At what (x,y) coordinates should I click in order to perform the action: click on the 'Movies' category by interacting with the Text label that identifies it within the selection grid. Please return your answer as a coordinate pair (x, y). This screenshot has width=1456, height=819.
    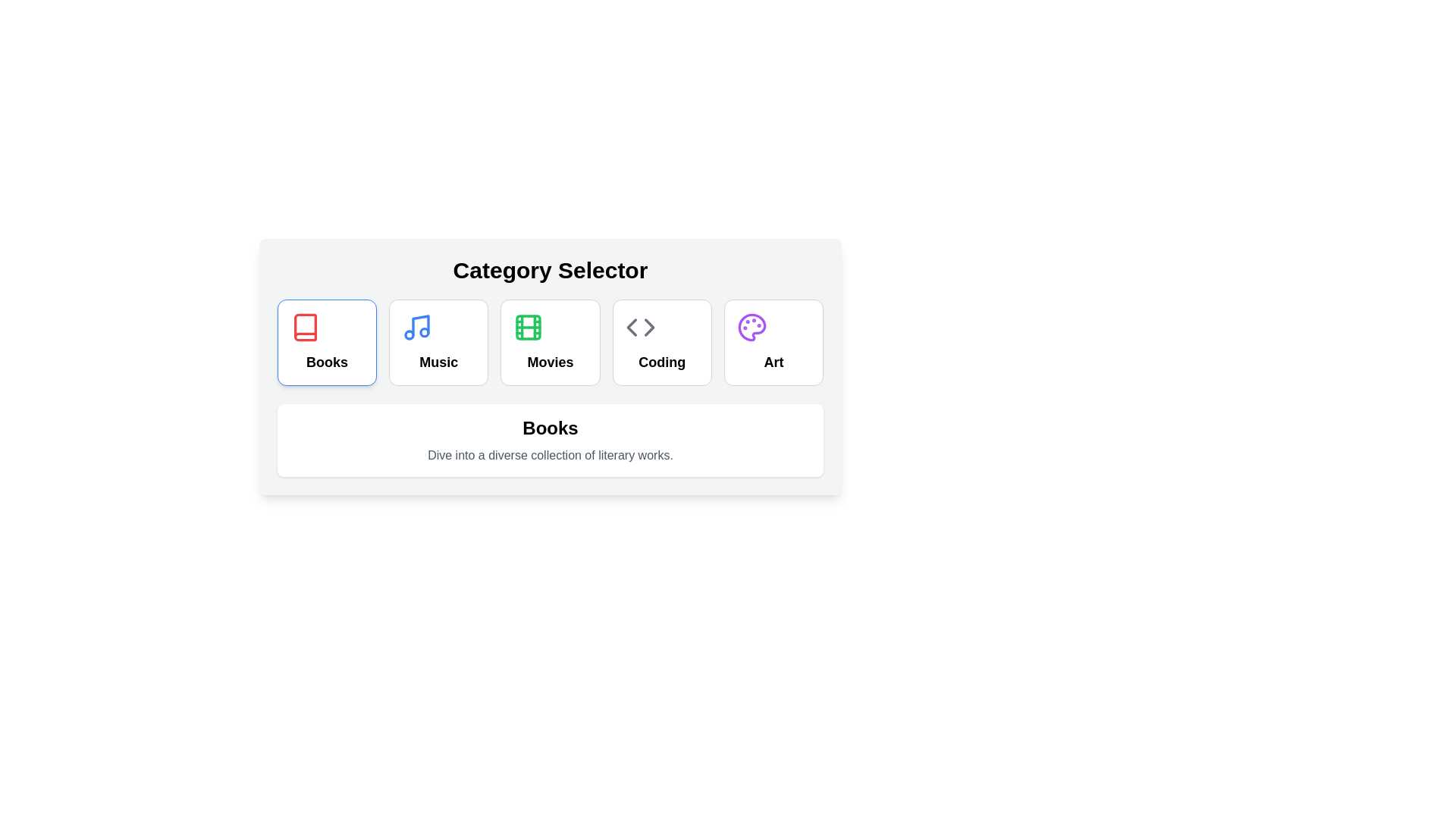
    Looking at the image, I should click on (549, 362).